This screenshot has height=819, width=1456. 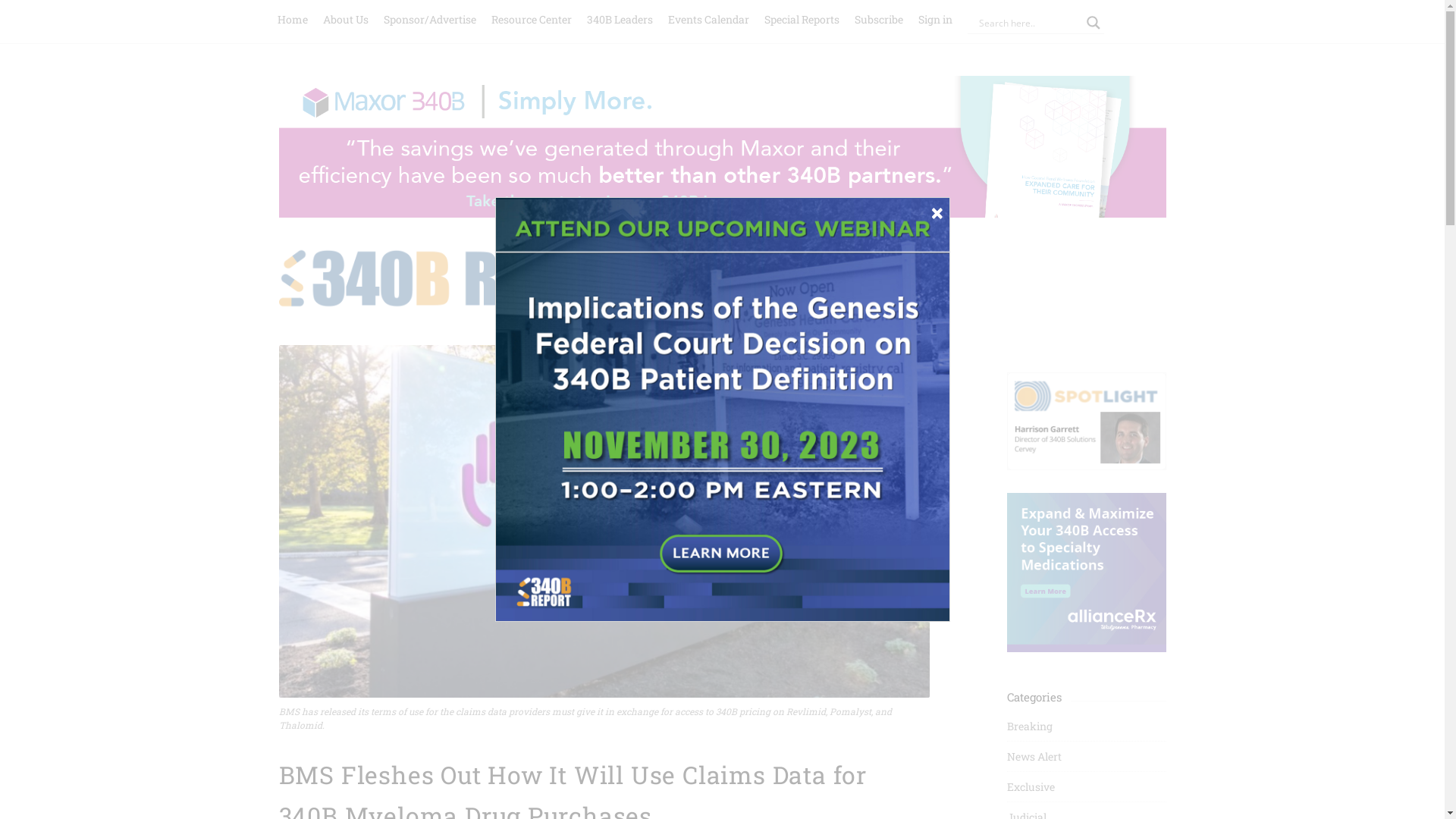 What do you see at coordinates (292, 18) in the screenshot?
I see `'Home'` at bounding box center [292, 18].